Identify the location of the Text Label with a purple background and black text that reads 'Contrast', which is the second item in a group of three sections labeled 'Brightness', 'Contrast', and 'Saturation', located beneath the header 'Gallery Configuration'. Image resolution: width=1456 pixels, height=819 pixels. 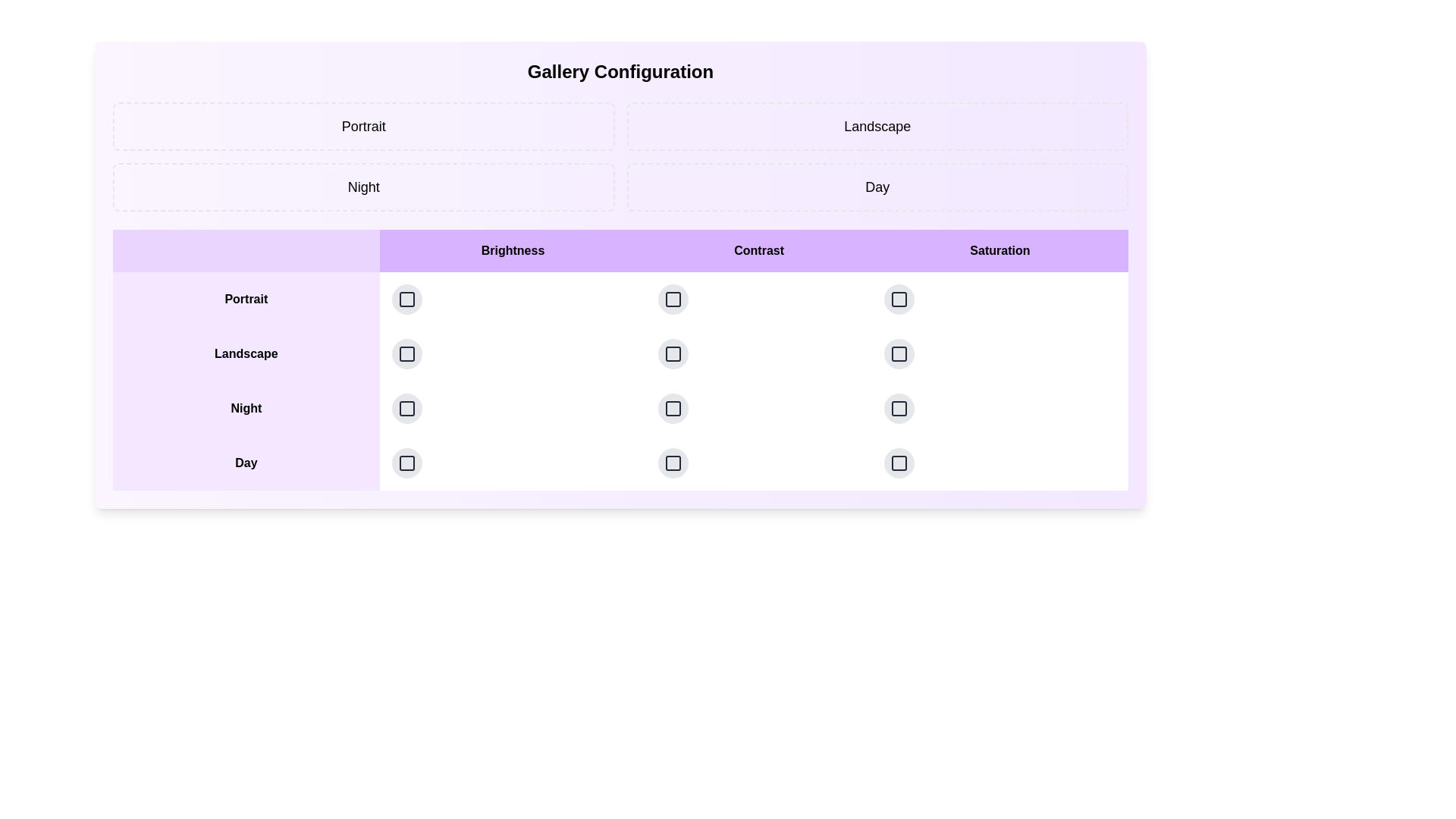
(759, 250).